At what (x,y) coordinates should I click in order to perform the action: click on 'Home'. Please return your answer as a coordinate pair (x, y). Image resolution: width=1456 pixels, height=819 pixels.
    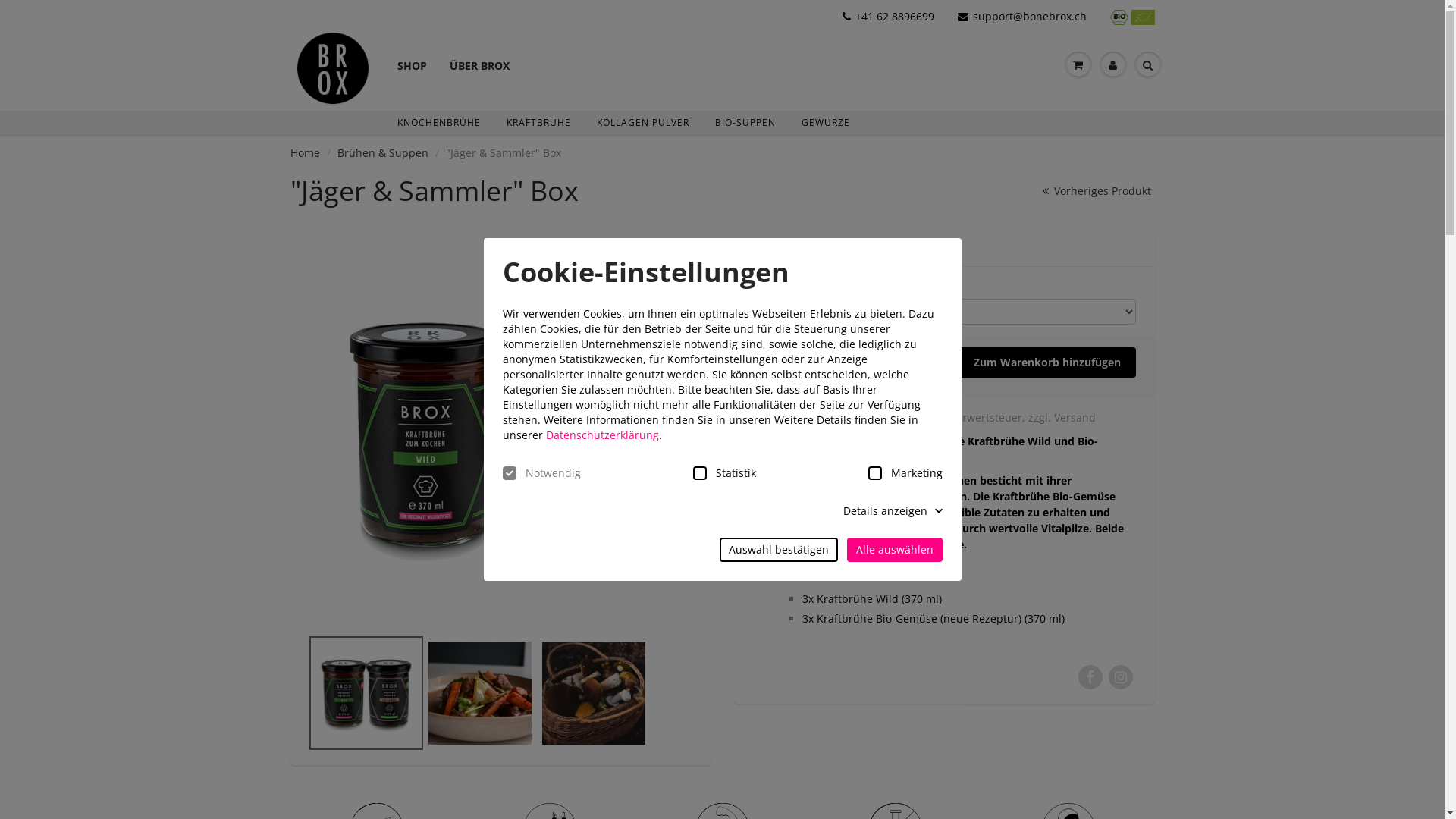
    Looking at the image, I should click on (303, 152).